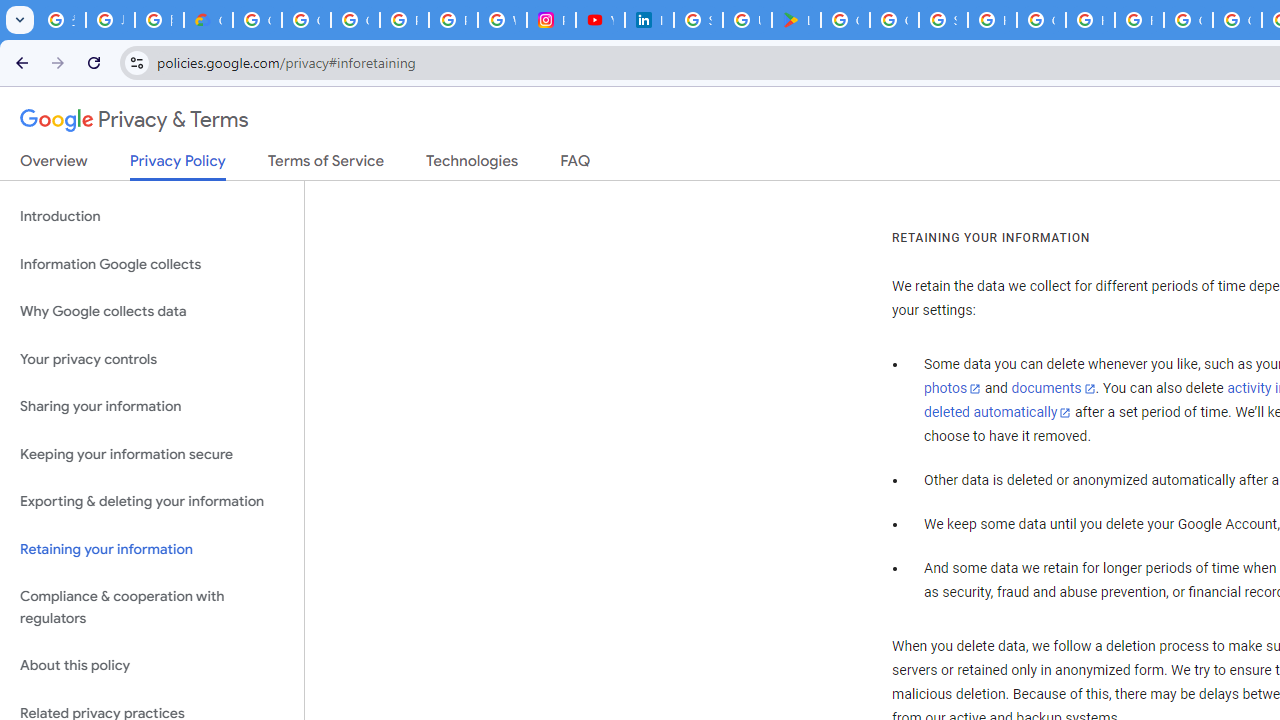 The height and width of the screenshot is (720, 1280). Describe the element at coordinates (151, 549) in the screenshot. I see `'Retaining your information'` at that location.